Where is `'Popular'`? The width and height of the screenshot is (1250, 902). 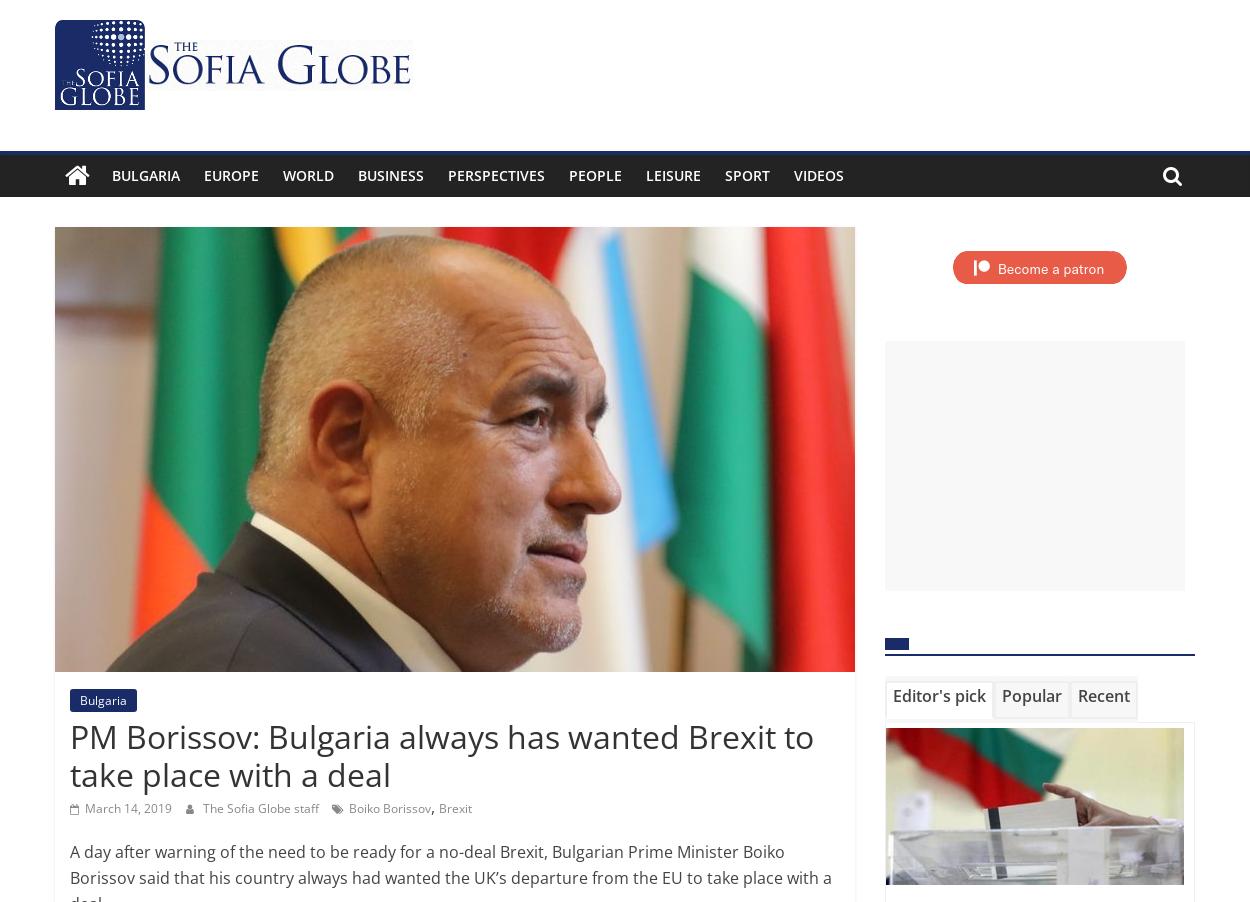 'Popular' is located at coordinates (1002, 695).